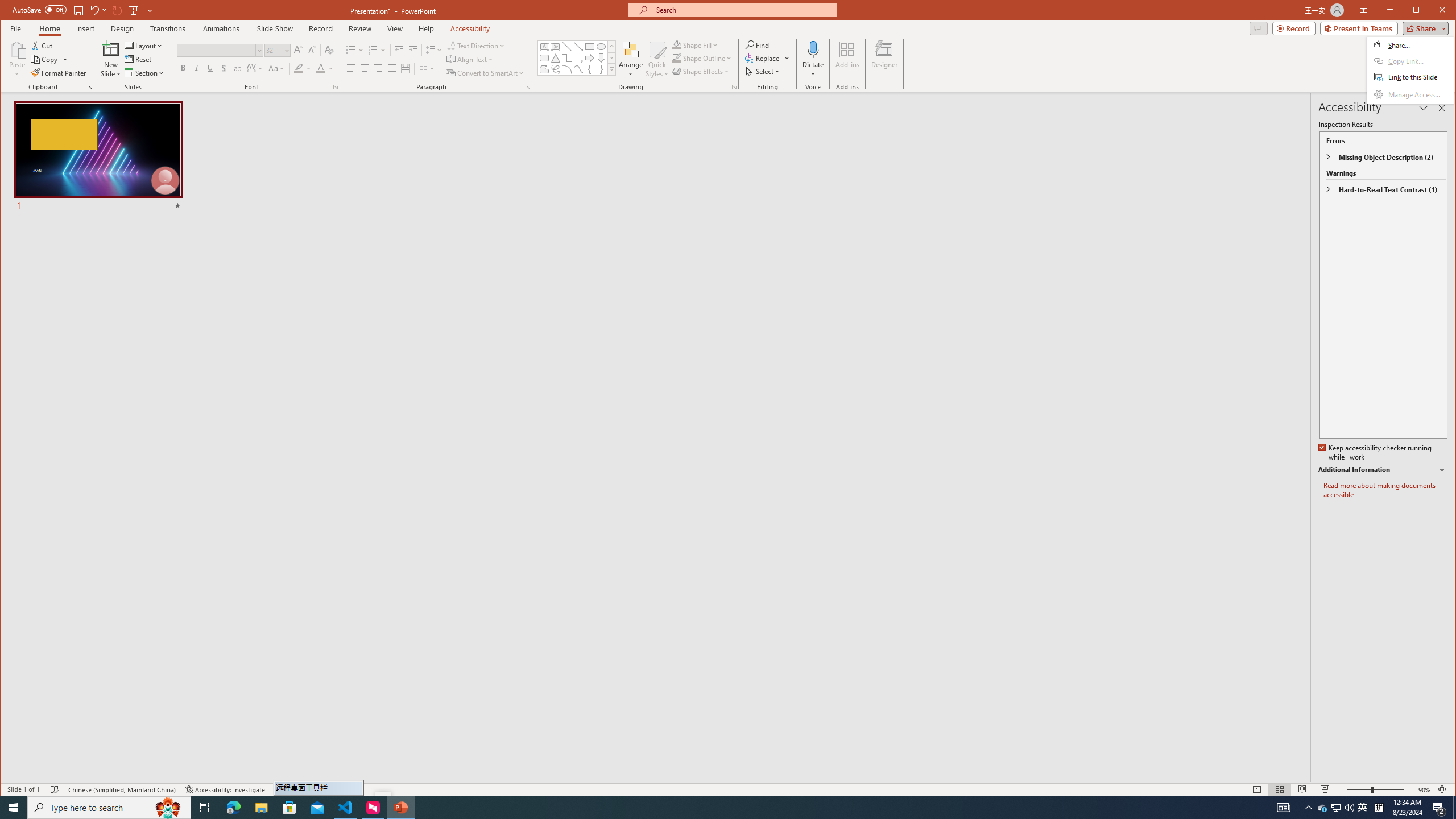 This screenshot has width=1456, height=819. What do you see at coordinates (260, 806) in the screenshot?
I see `'File Explorer'` at bounding box center [260, 806].